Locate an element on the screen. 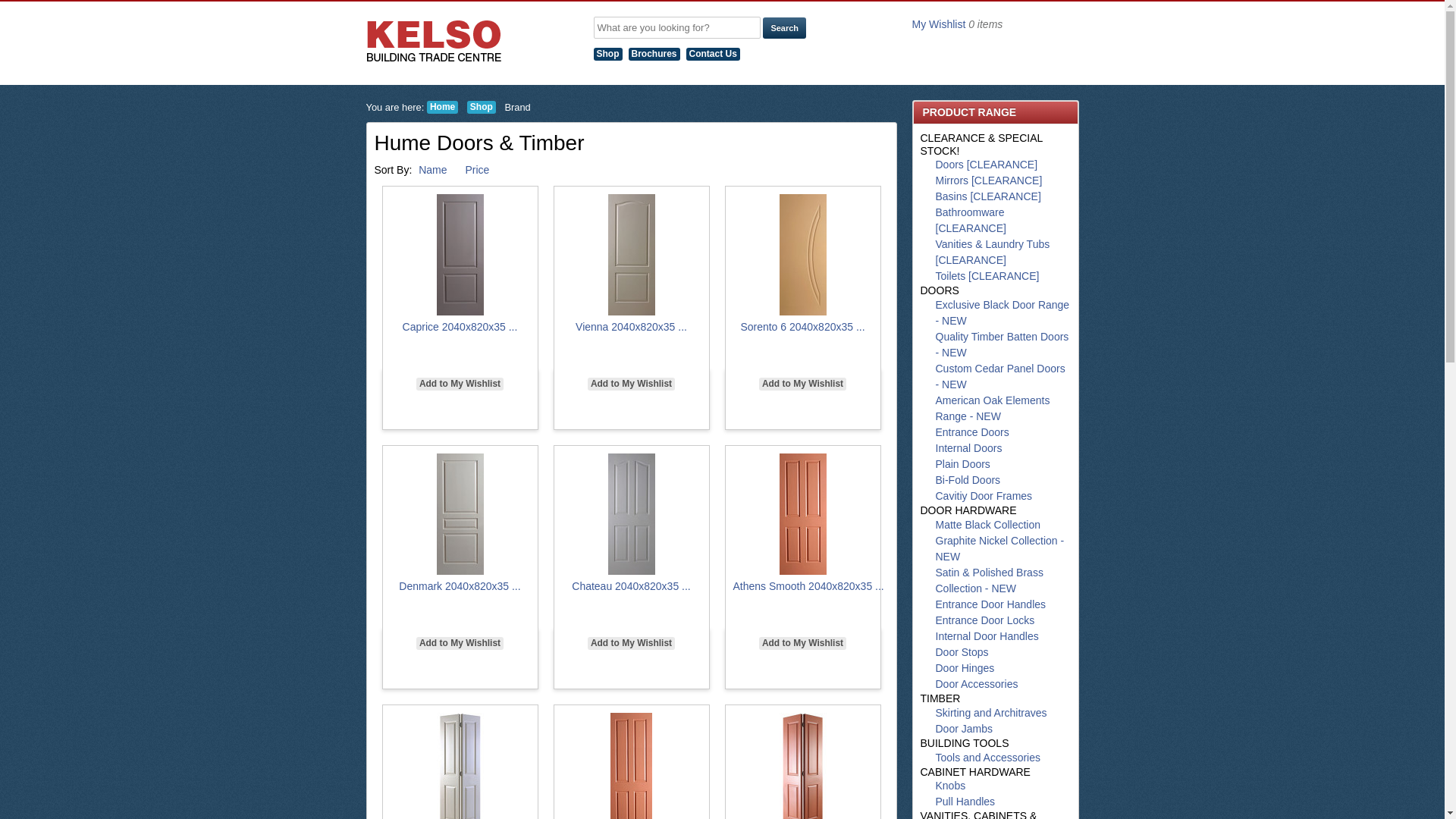  'Vienna 2040x820x35 ...' is located at coordinates (574, 326).